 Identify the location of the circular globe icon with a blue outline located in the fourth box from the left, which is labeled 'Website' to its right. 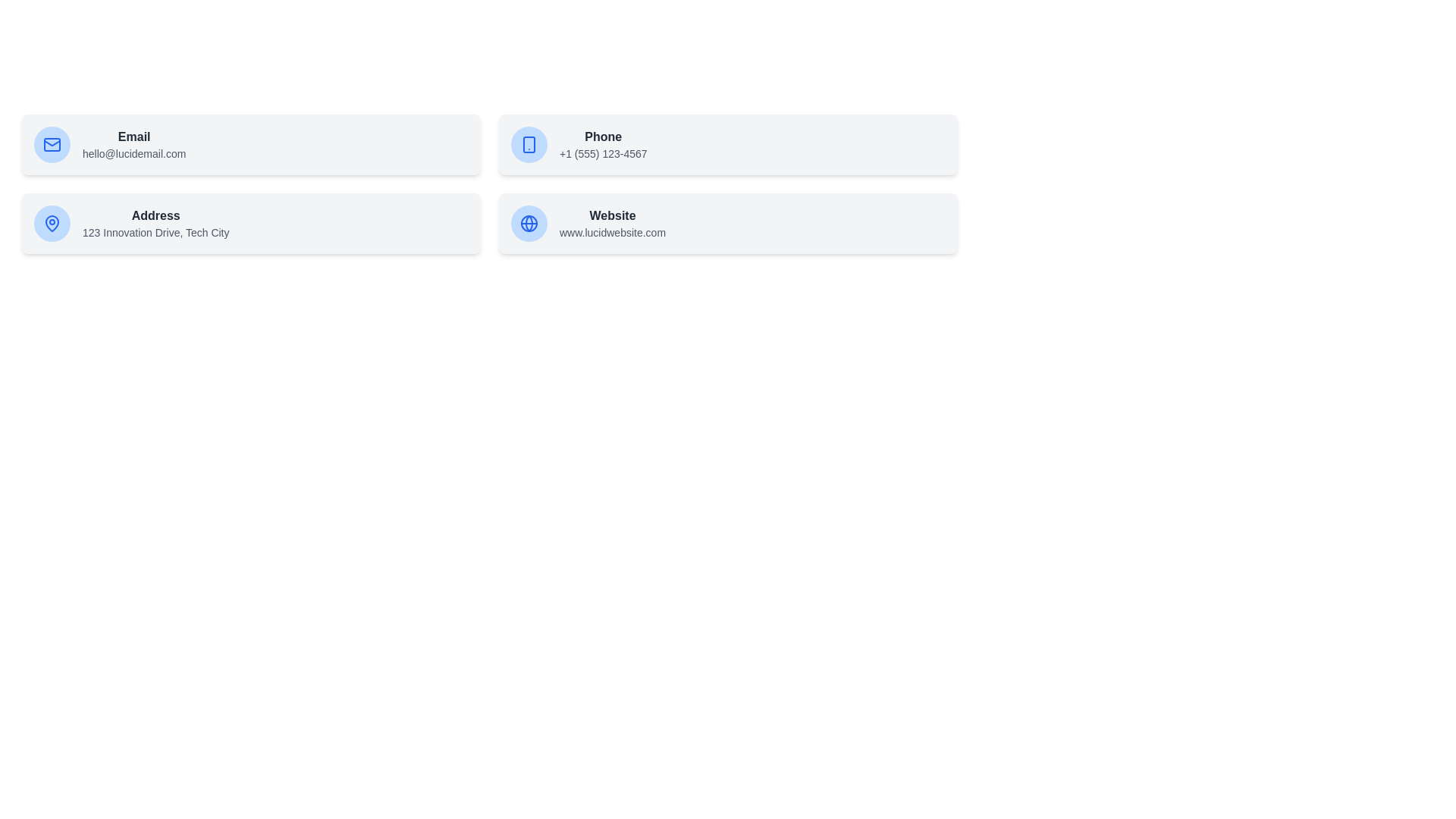
(529, 223).